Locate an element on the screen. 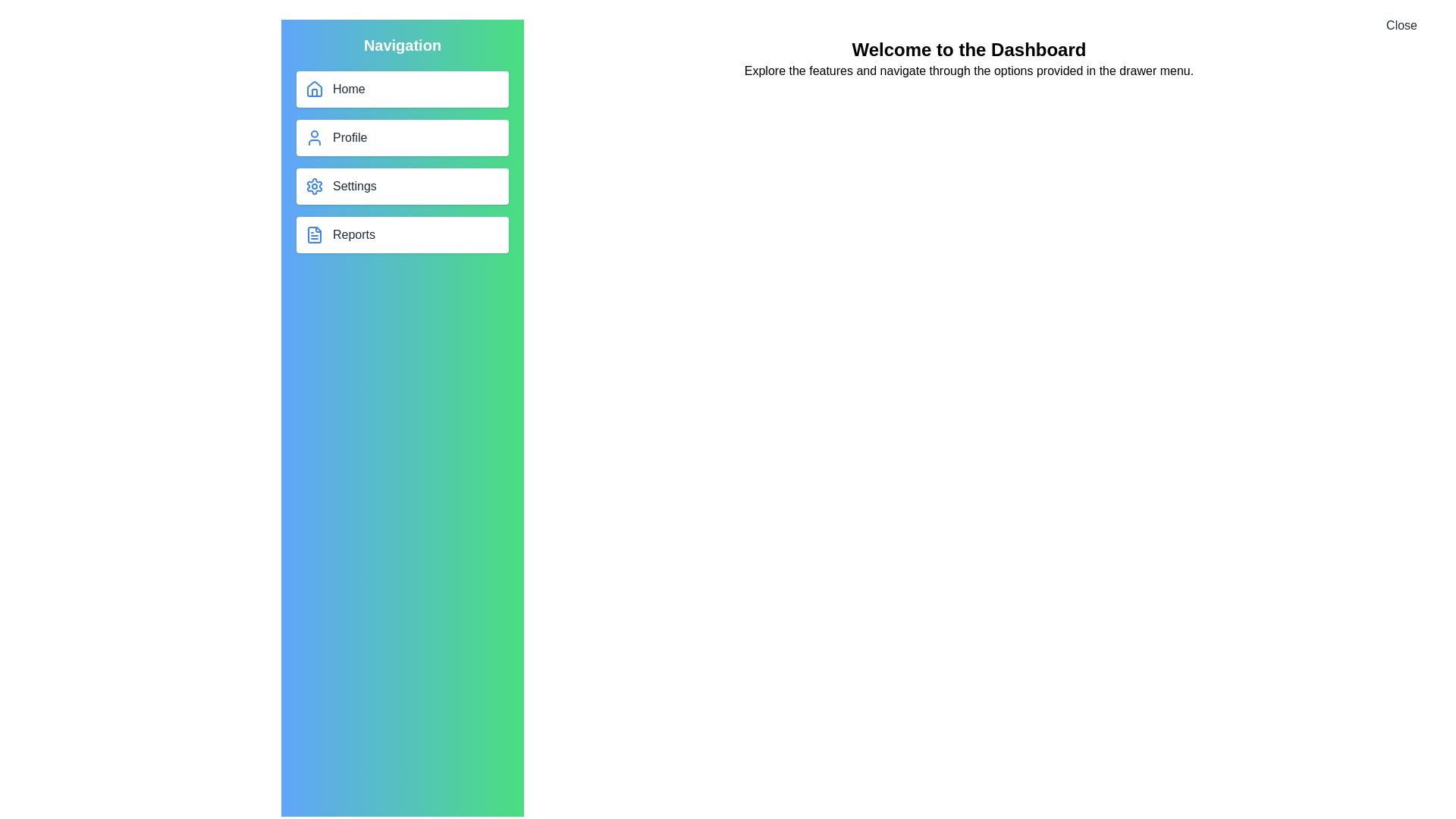 This screenshot has height=819, width=1456. the navigation button labeled Home is located at coordinates (403, 89).